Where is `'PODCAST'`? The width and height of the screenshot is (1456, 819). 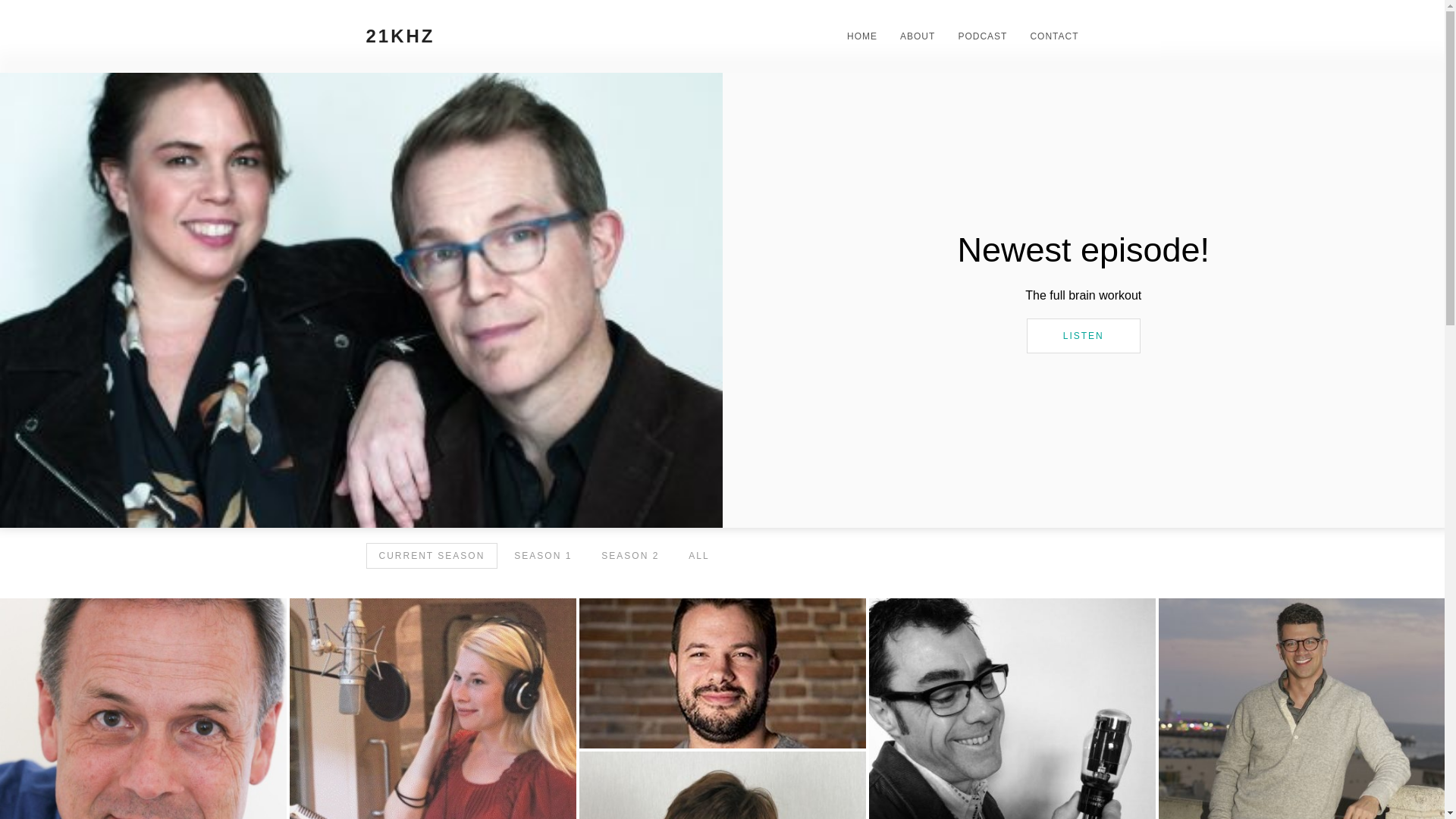 'PODCAST' is located at coordinates (976, 35).